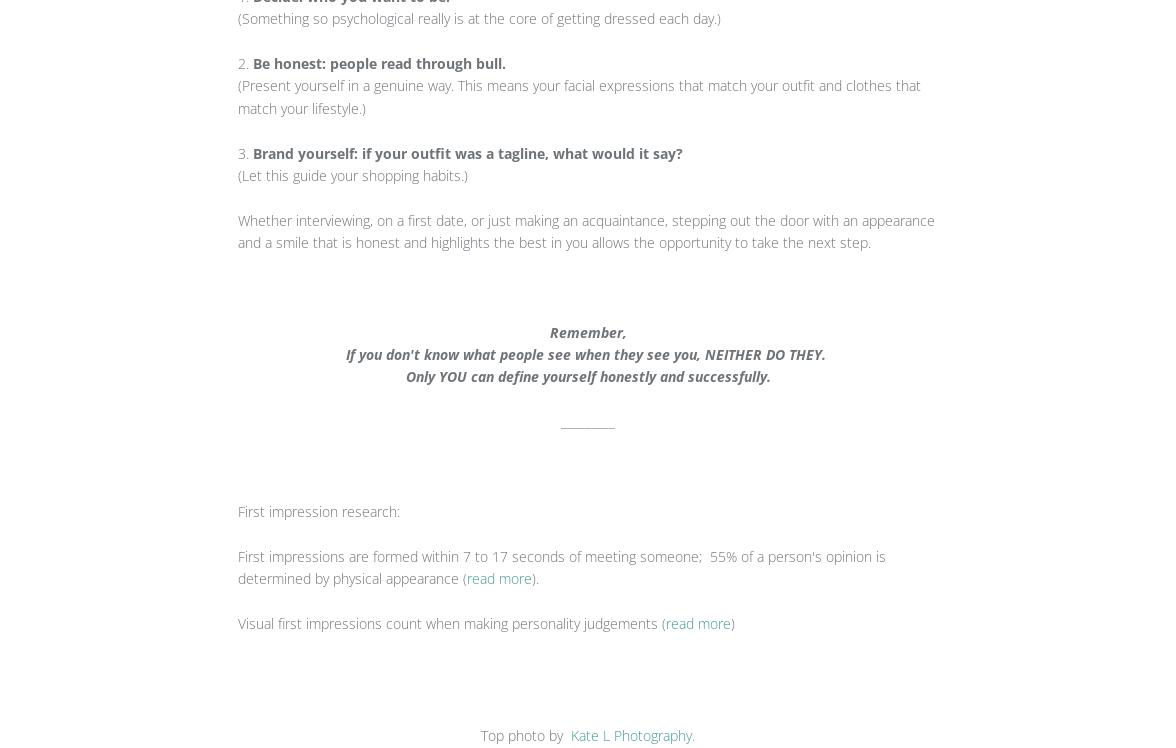  I want to click on 'If you don't know what people see when they see you, NEITHER DO THEY.', so click(588, 353).